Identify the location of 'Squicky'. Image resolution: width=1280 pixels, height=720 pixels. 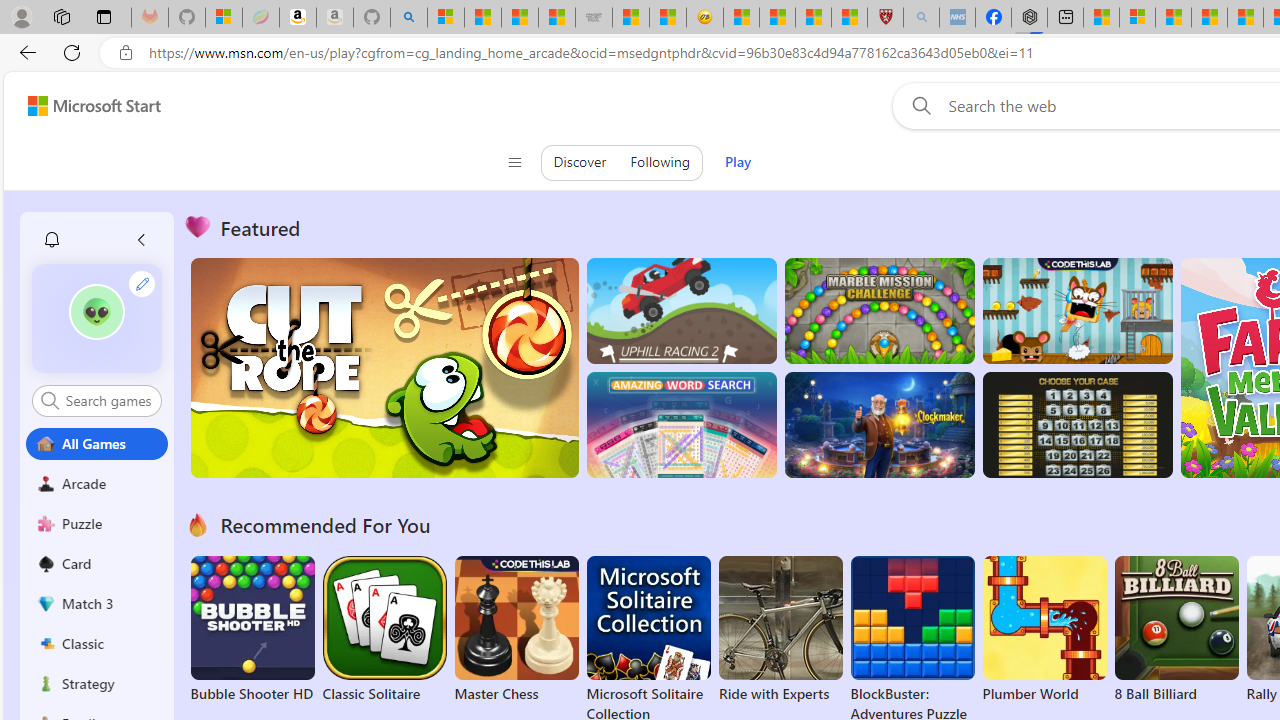
(1076, 311).